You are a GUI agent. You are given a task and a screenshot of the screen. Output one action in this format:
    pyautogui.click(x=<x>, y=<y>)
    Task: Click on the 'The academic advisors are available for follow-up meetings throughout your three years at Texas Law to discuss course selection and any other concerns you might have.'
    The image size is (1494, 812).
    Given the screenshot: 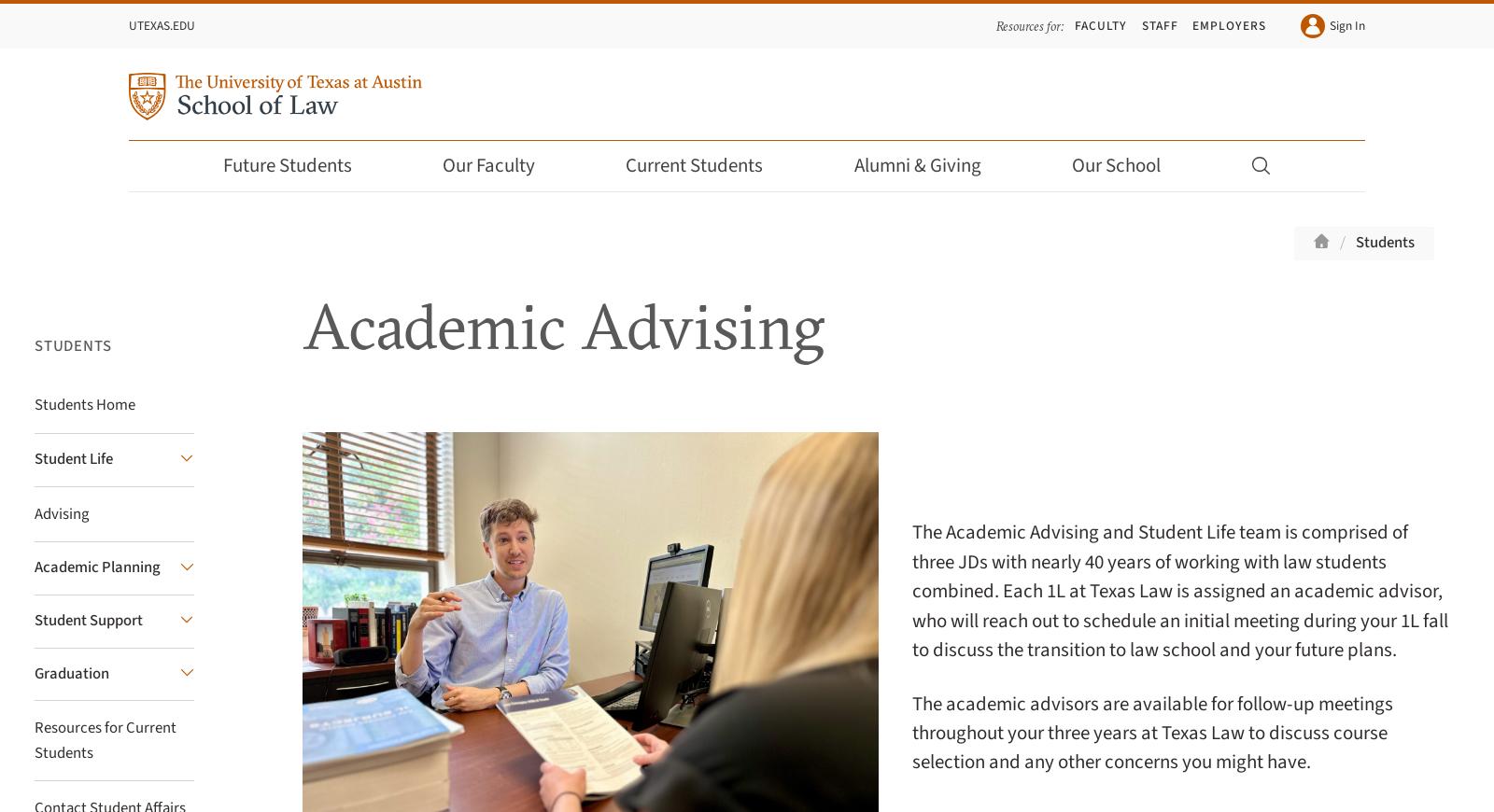 What is the action you would take?
    pyautogui.click(x=910, y=733)
    